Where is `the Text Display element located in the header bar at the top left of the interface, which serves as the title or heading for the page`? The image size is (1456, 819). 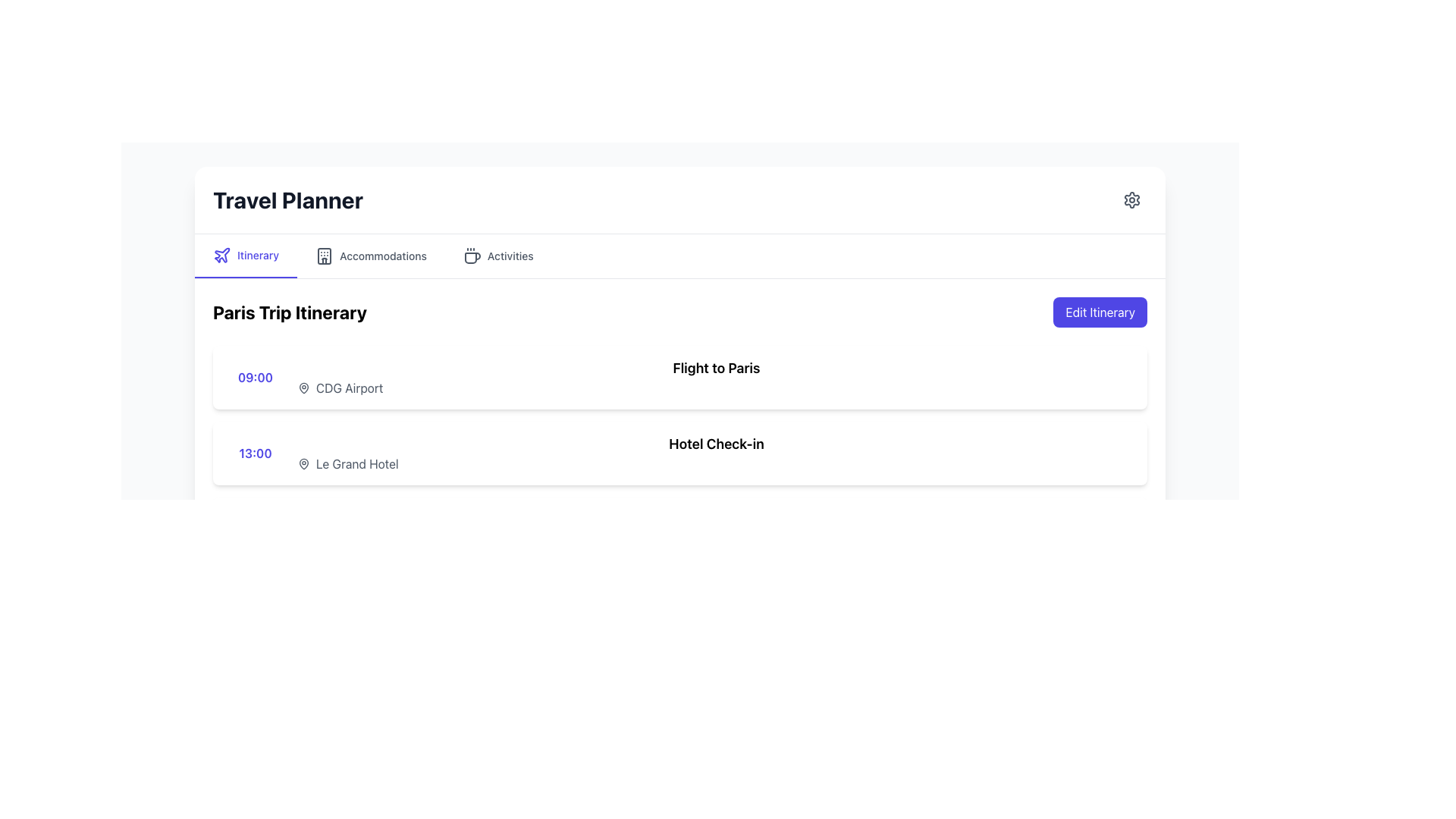 the Text Display element located in the header bar at the top left of the interface, which serves as the title or heading for the page is located at coordinates (287, 199).